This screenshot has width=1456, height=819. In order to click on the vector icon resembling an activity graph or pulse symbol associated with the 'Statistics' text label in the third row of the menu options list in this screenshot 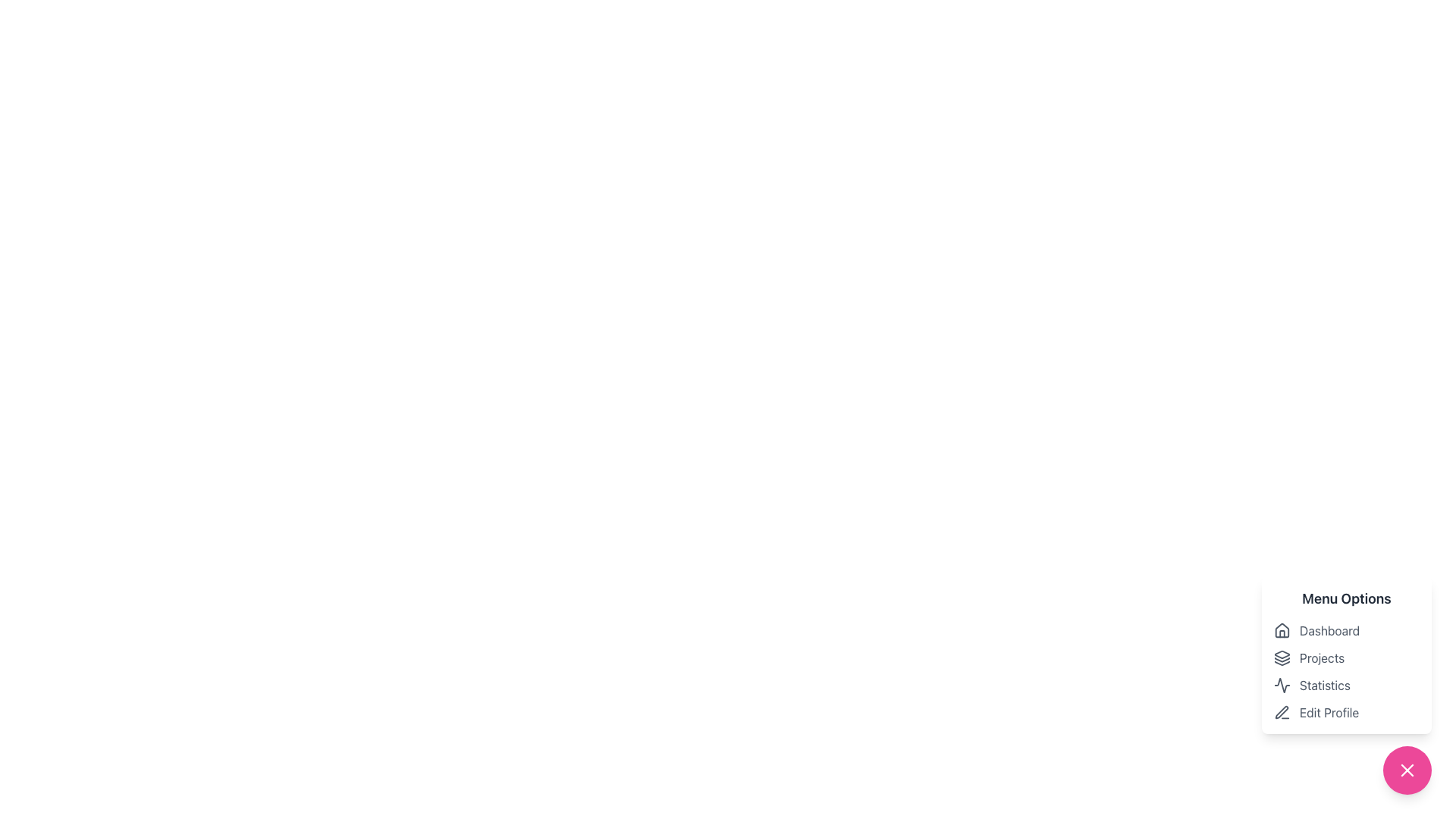, I will do `click(1281, 685)`.